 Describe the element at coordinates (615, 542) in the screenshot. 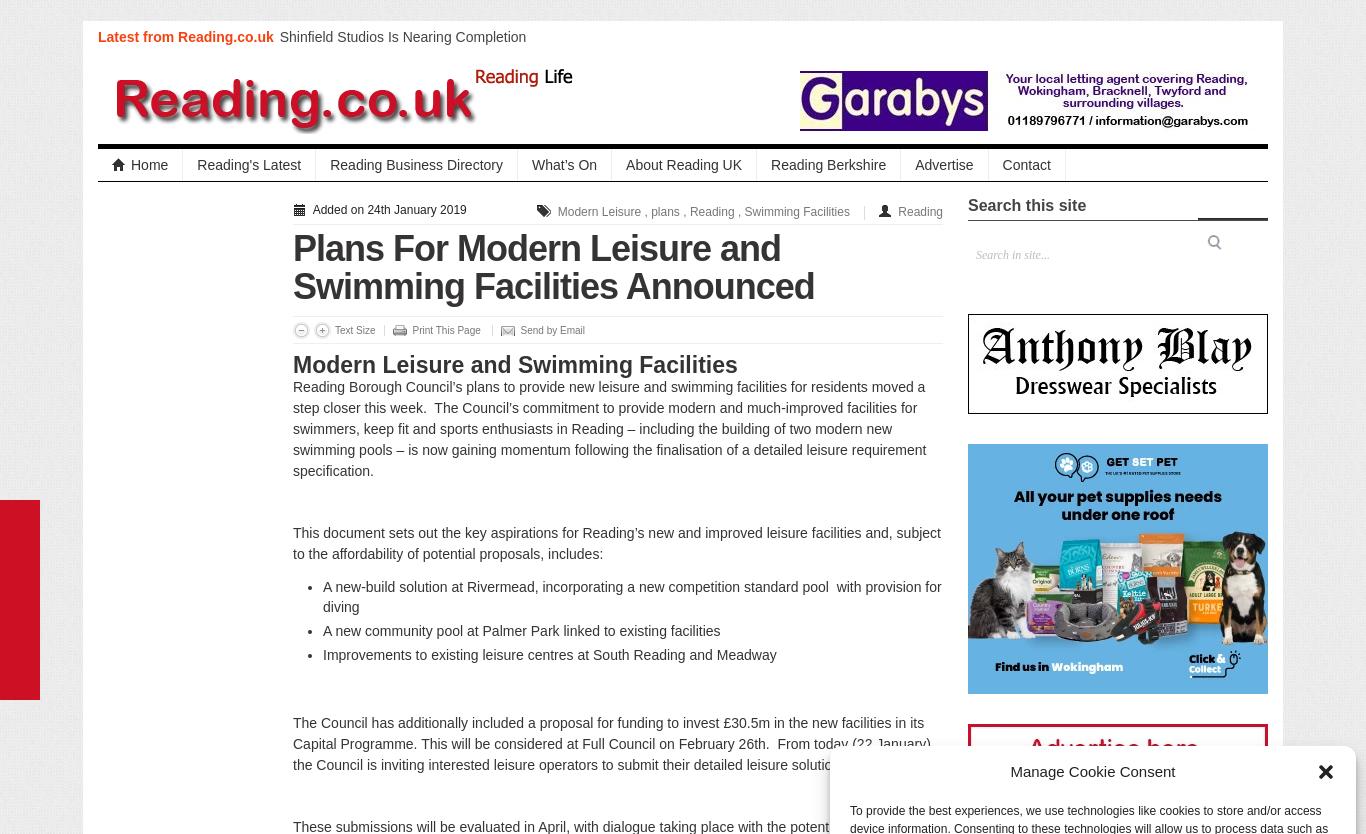

I see `'This document sets out the key aspirations for Reading’s new and improved leisure facilities and, subject to the affordability of potential proposals, includes:'` at that location.